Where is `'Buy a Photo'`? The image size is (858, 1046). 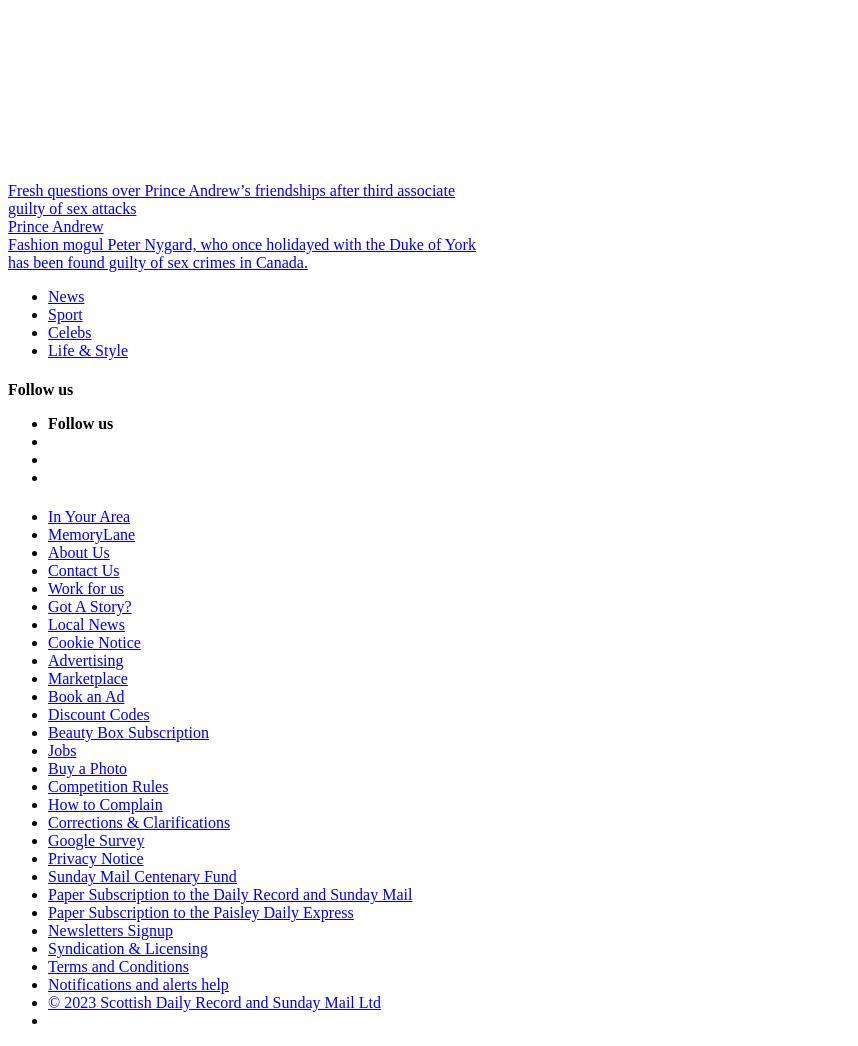 'Buy a Photo' is located at coordinates (87, 767).